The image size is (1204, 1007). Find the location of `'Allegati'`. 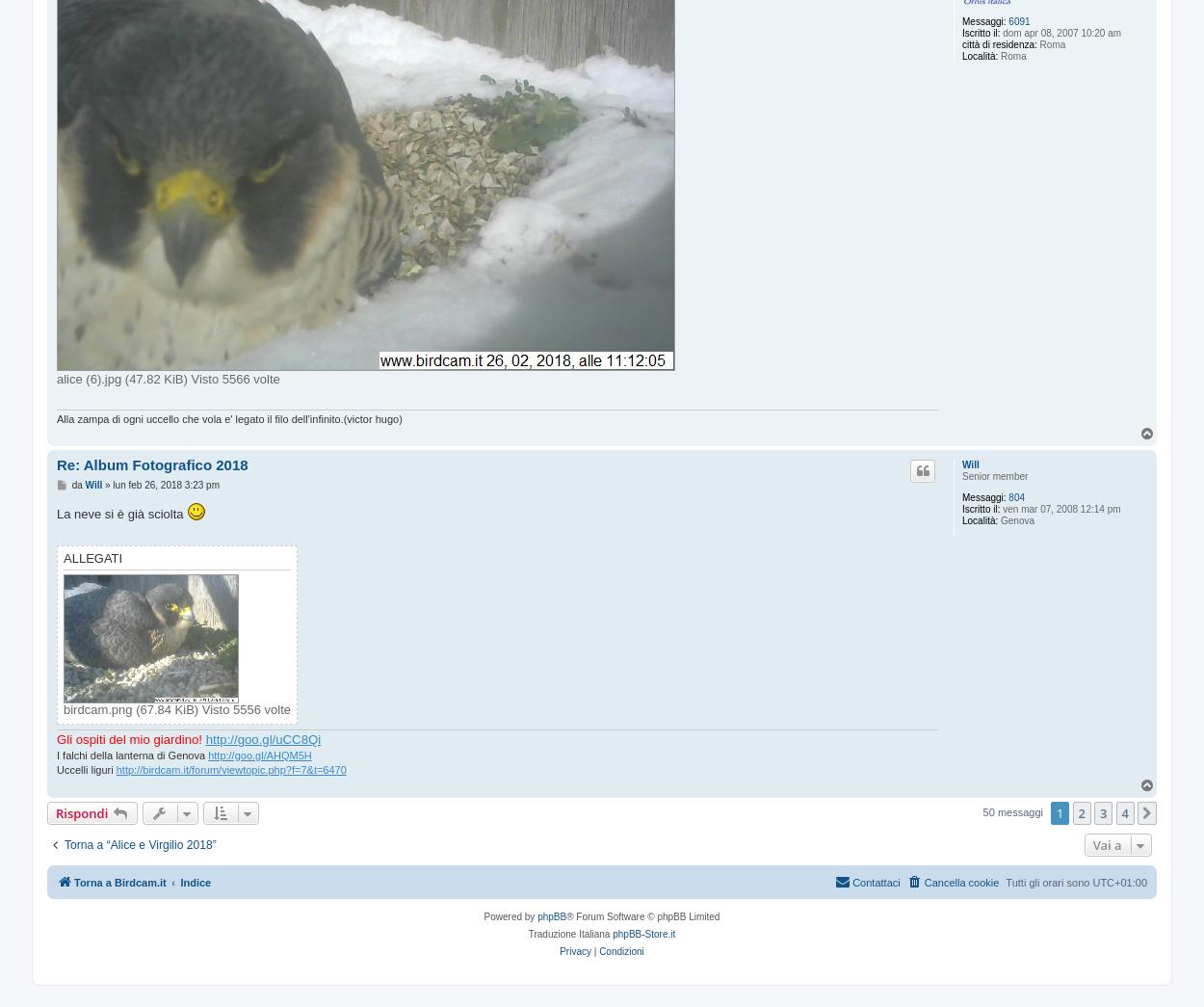

'Allegati' is located at coordinates (92, 557).